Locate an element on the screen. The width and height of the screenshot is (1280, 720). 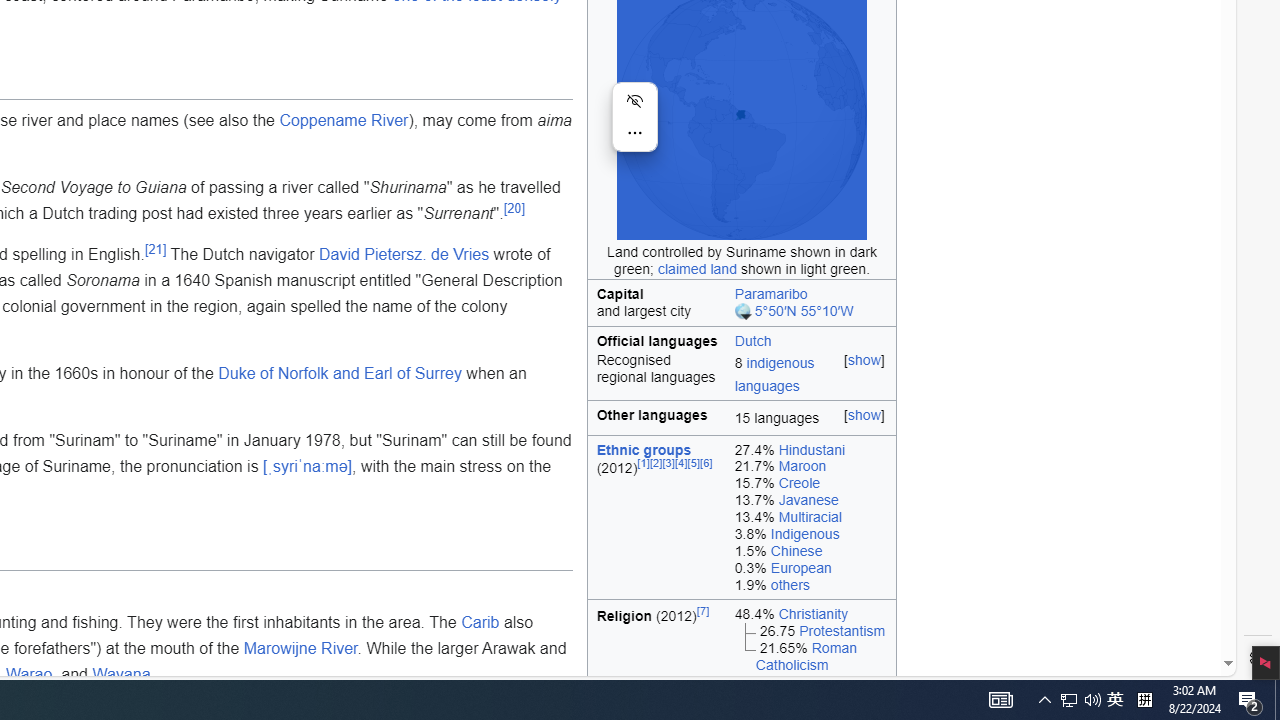
'[6]' is located at coordinates (706, 463).